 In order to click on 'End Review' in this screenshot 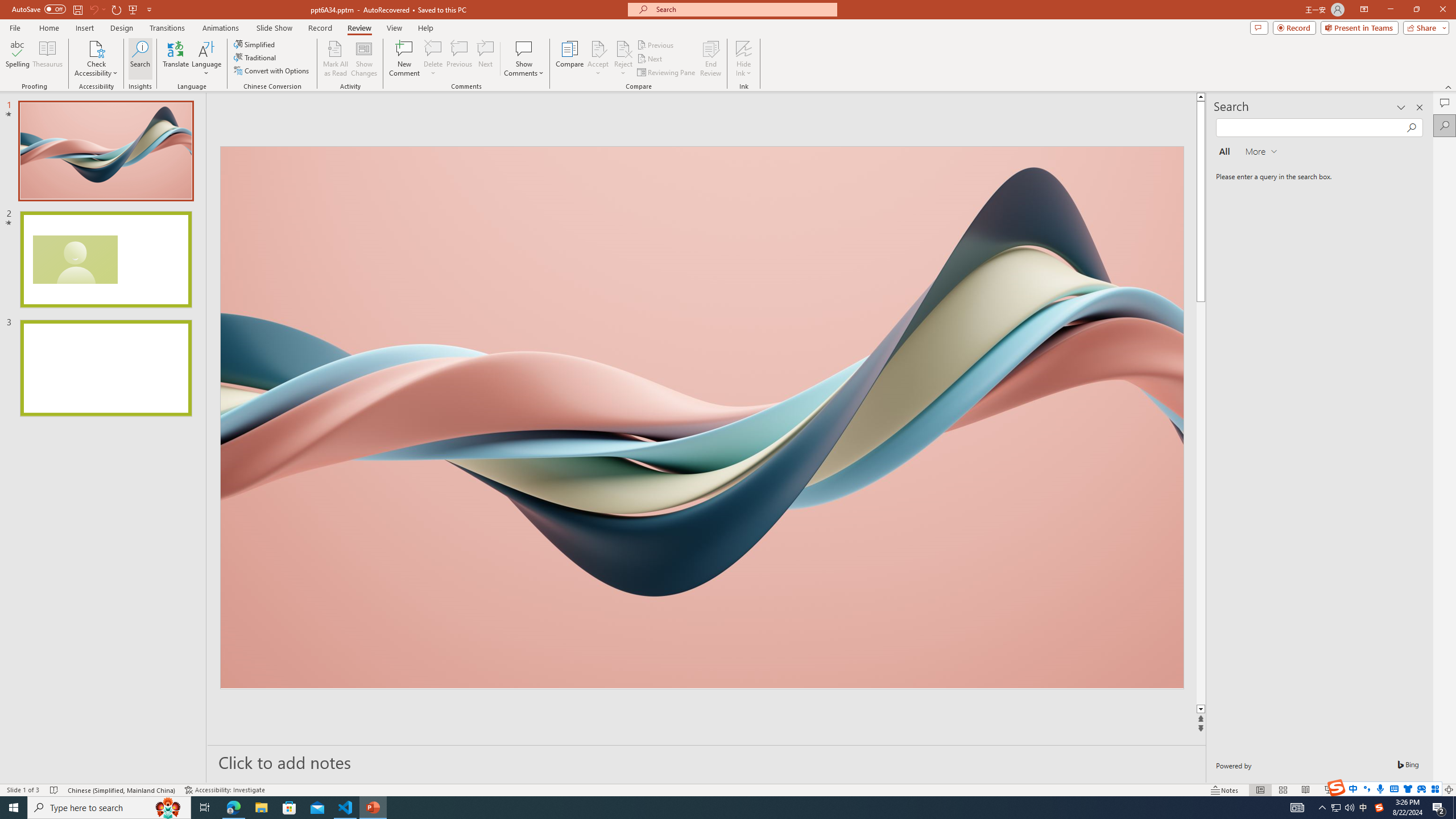, I will do `click(710, 59)`.